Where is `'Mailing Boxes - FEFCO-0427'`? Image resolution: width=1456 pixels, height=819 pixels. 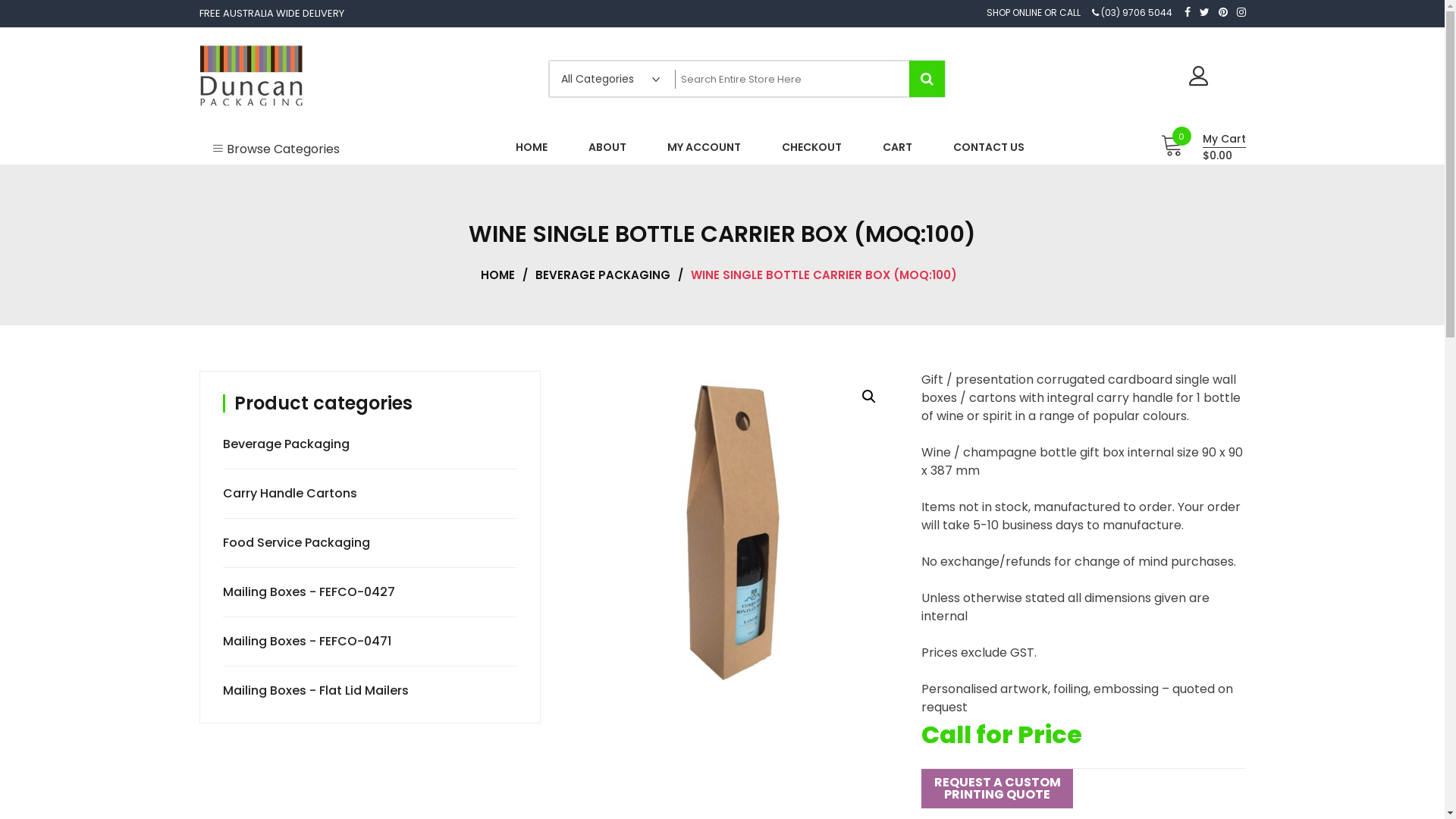 'Mailing Boxes - FEFCO-0427' is located at coordinates (309, 591).